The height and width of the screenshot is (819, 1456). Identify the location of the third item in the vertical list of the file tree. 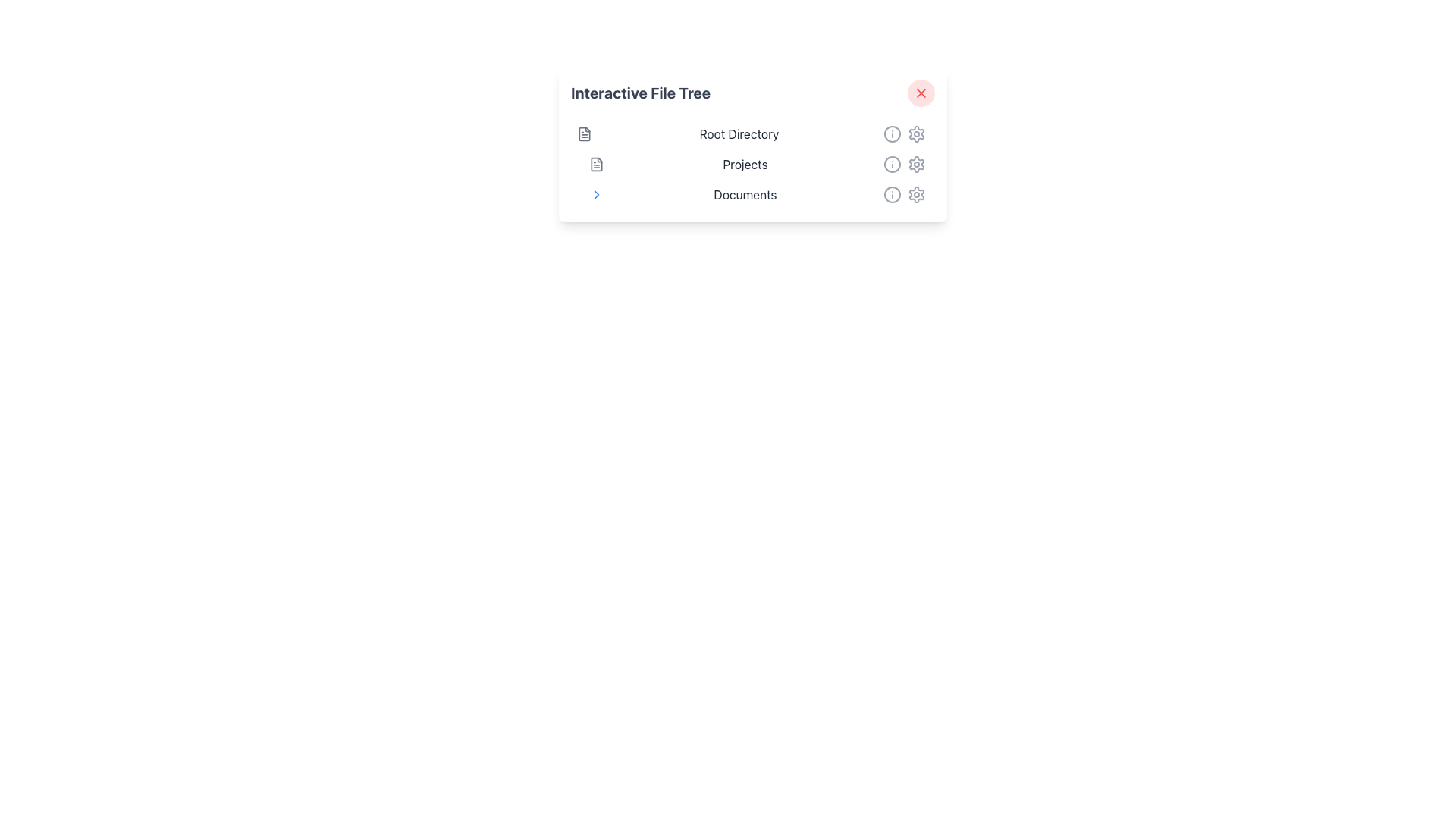
(759, 194).